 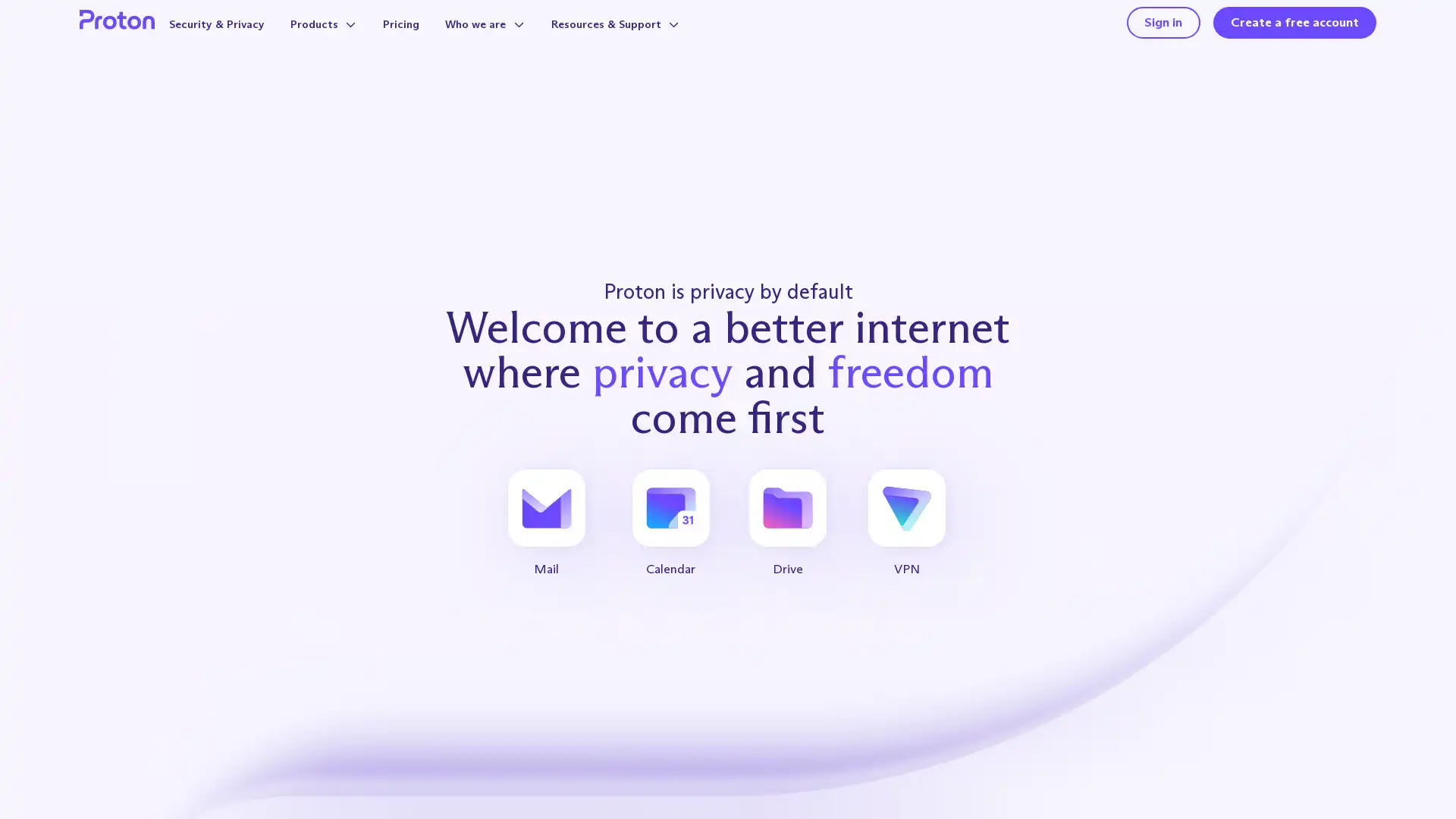 What do you see at coordinates (344, 39) in the screenshot?
I see `Products` at bounding box center [344, 39].